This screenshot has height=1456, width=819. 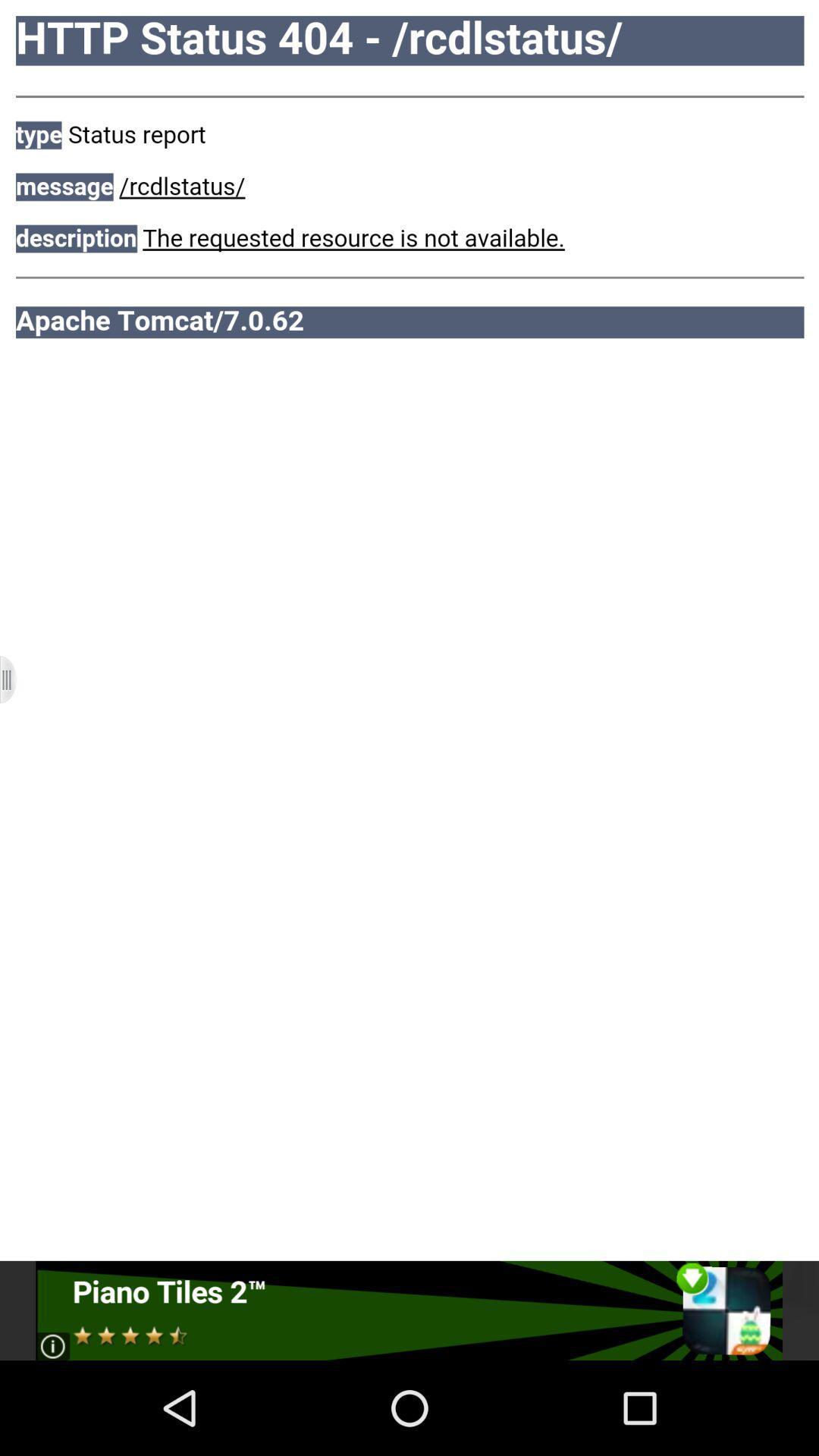 What do you see at coordinates (408, 1310) in the screenshot?
I see `important to know` at bounding box center [408, 1310].